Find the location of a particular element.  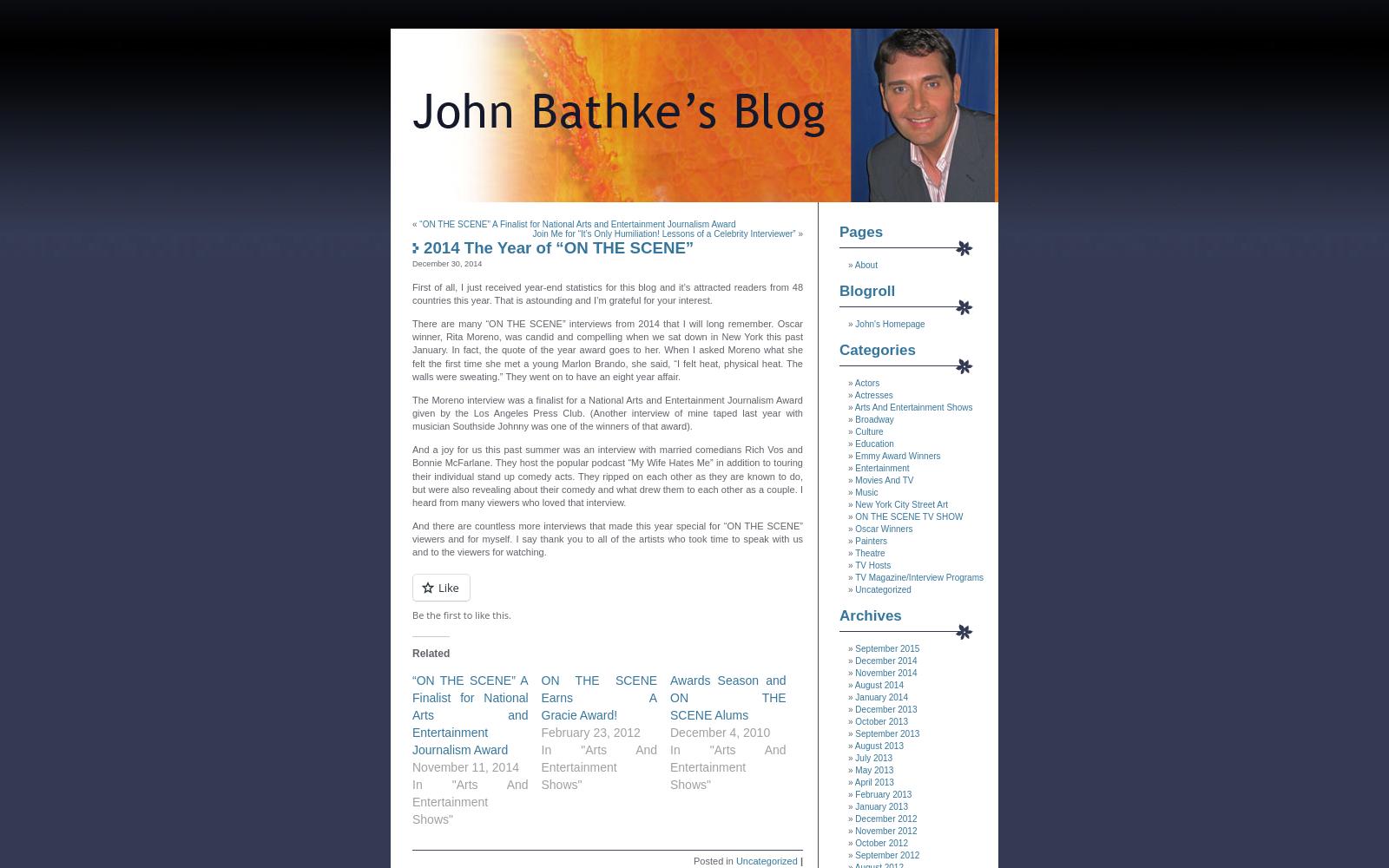

'Painters' is located at coordinates (871, 540).